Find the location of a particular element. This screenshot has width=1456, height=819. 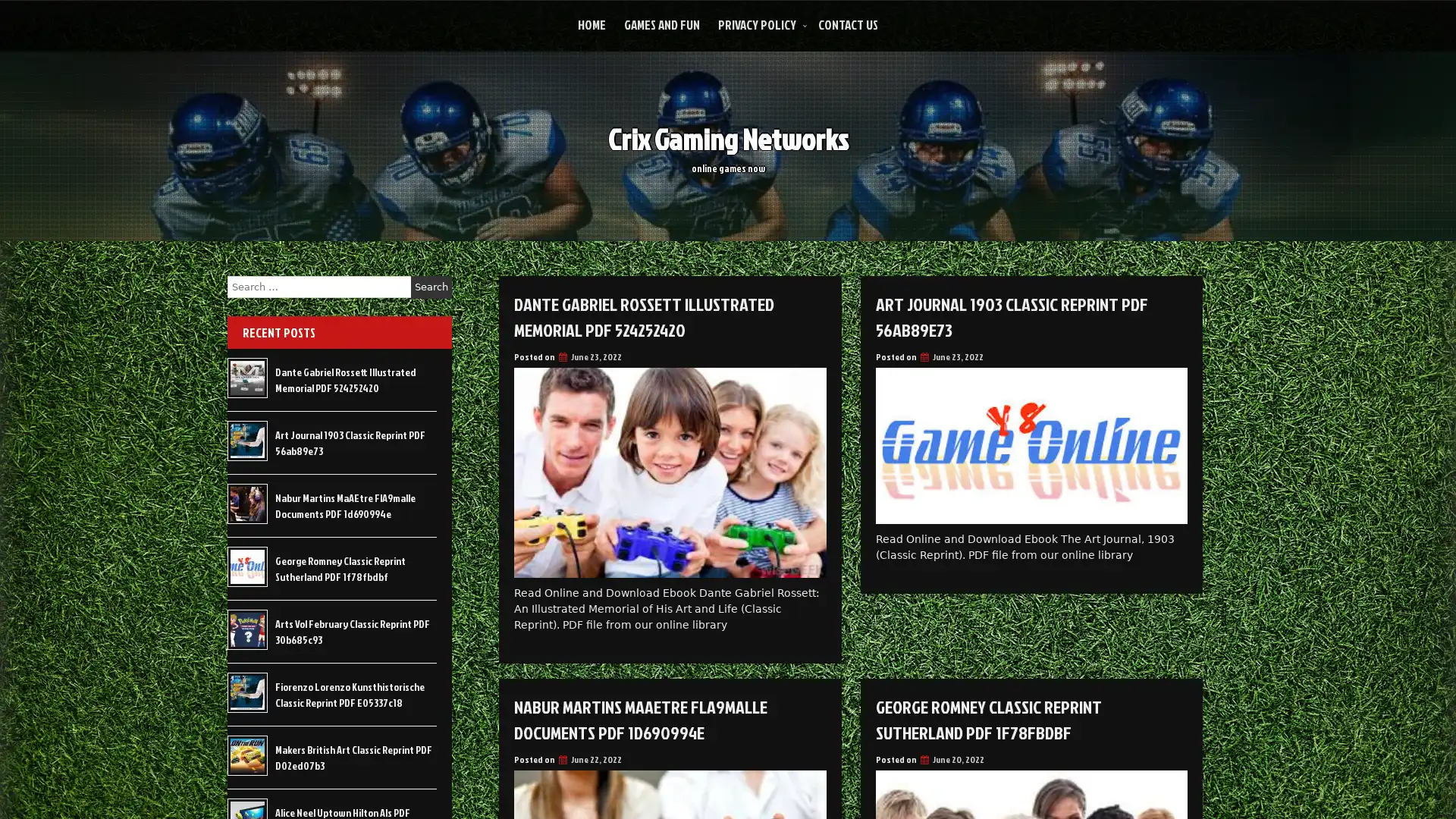

Search is located at coordinates (431, 287).